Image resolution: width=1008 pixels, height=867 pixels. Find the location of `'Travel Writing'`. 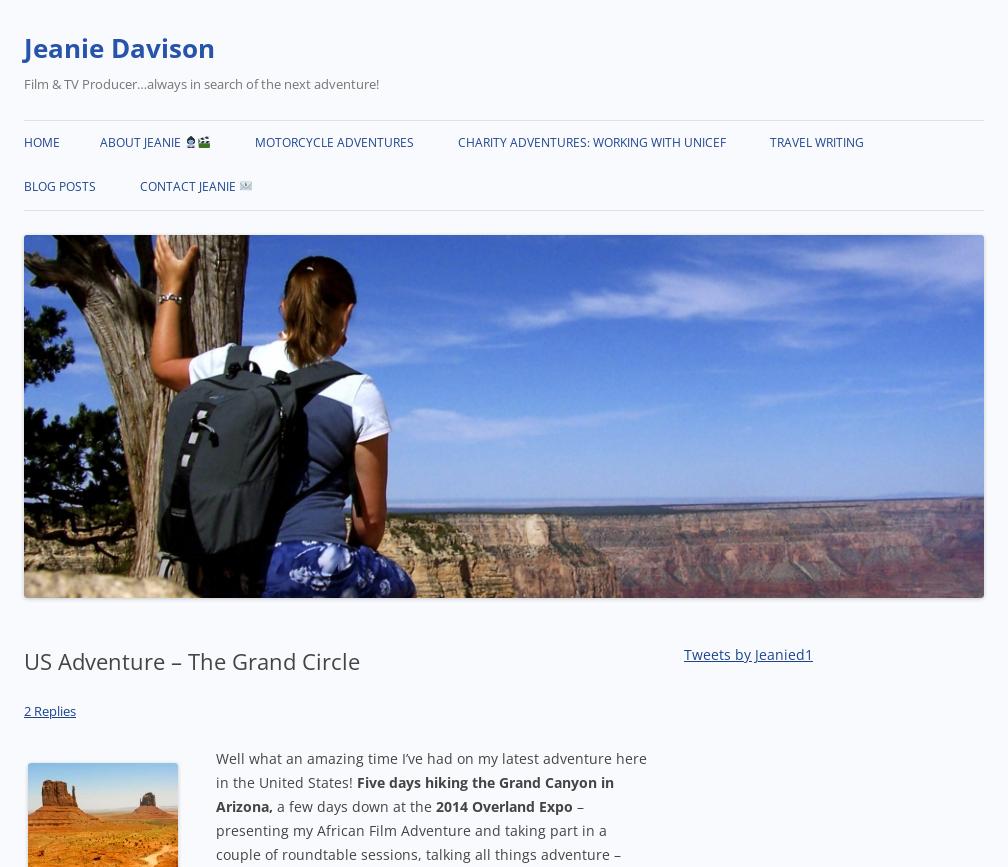

'Travel Writing' is located at coordinates (816, 142).